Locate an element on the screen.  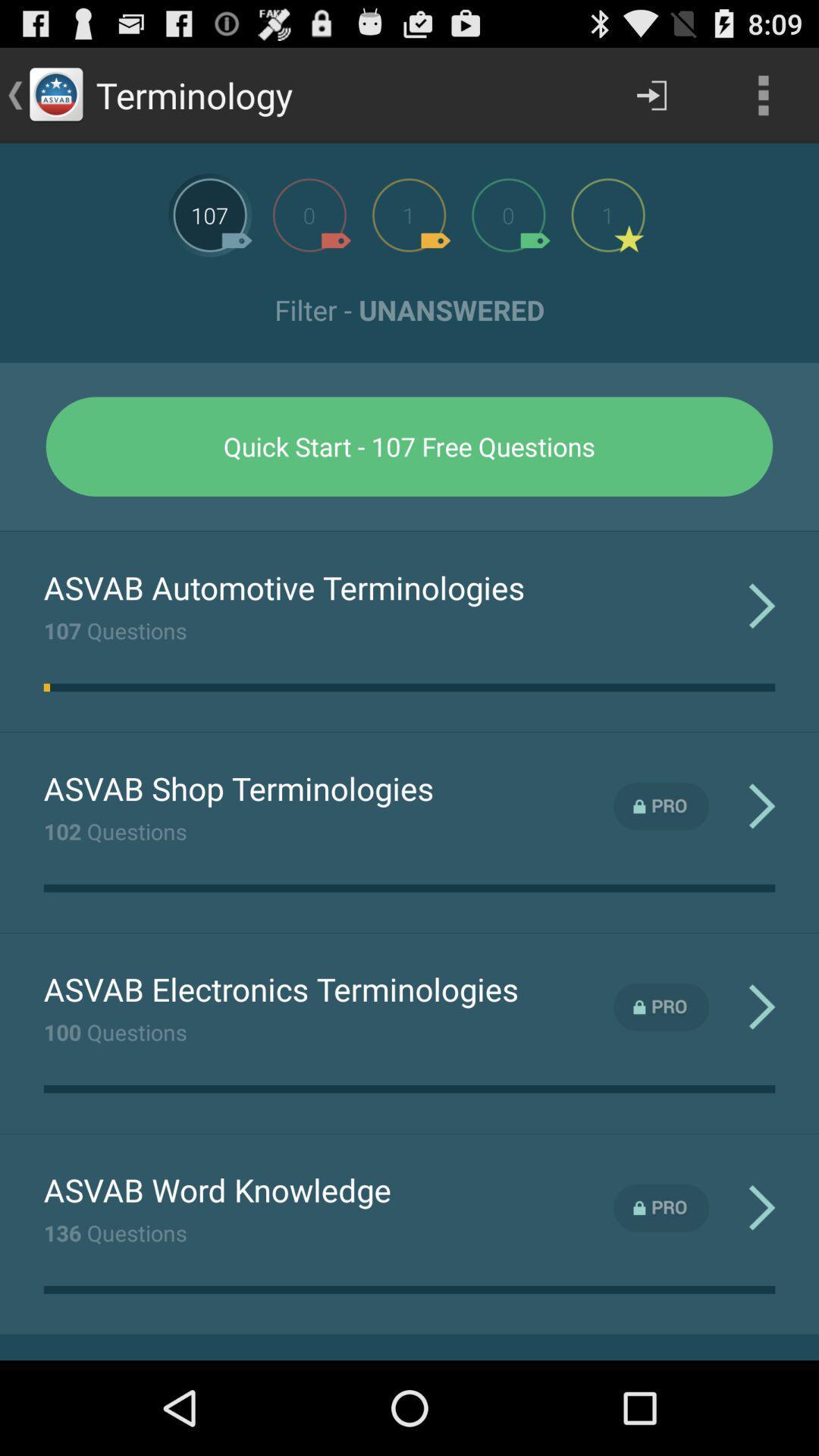
136 questions is located at coordinates (115, 1232).